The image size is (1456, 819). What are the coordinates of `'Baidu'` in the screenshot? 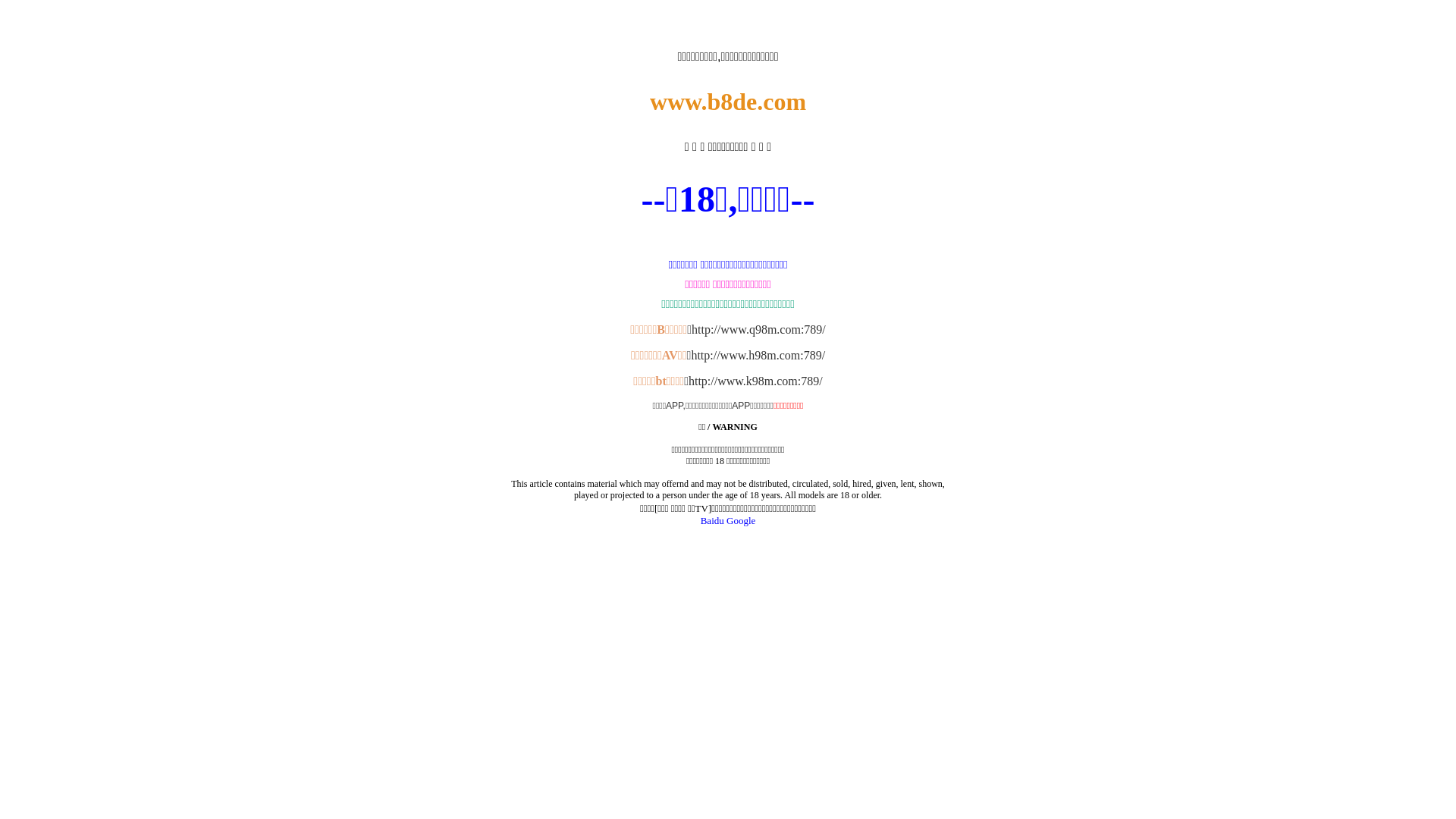 It's located at (711, 519).